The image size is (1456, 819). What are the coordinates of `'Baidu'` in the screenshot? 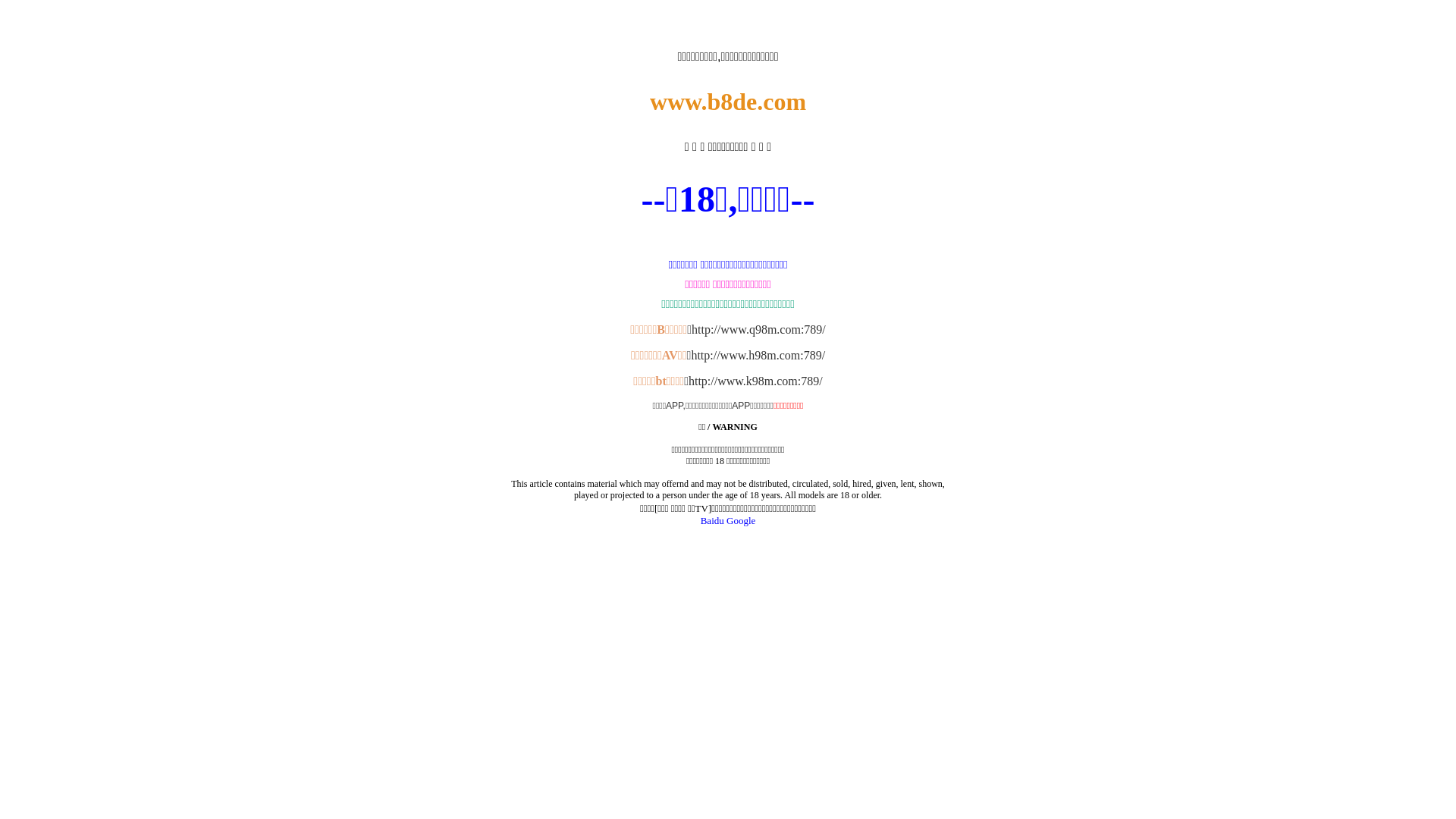 It's located at (711, 519).